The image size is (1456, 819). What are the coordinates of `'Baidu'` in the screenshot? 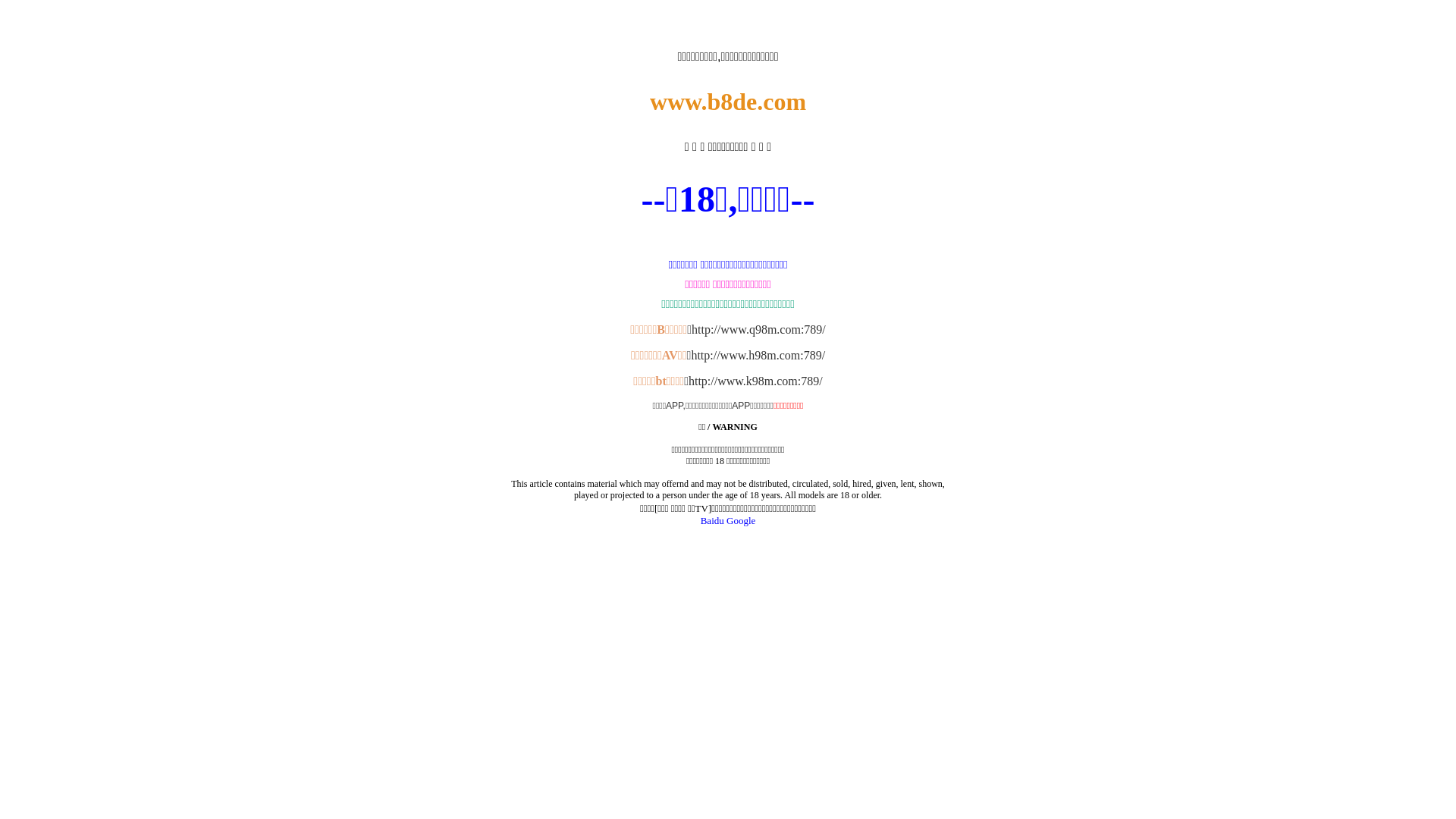 It's located at (711, 519).